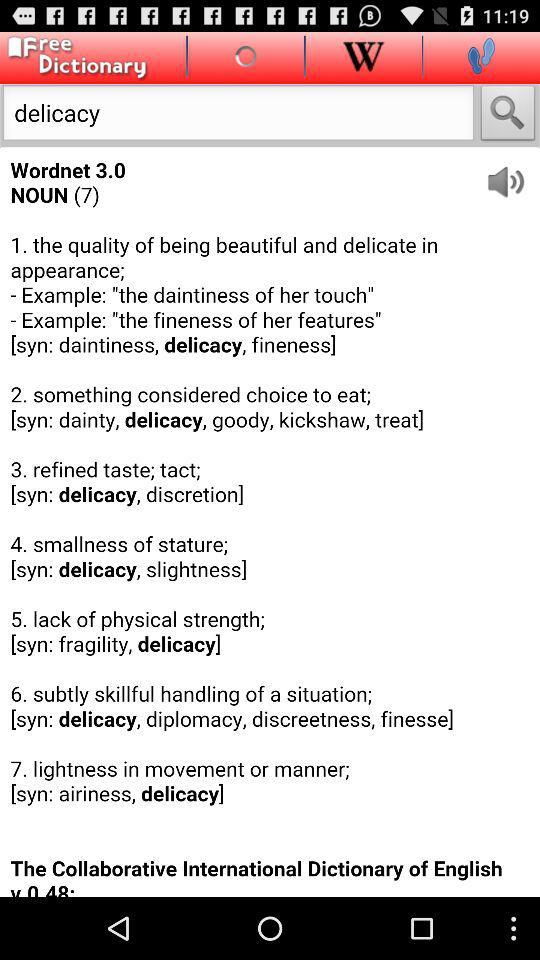  I want to click on the option, so click(508, 115).